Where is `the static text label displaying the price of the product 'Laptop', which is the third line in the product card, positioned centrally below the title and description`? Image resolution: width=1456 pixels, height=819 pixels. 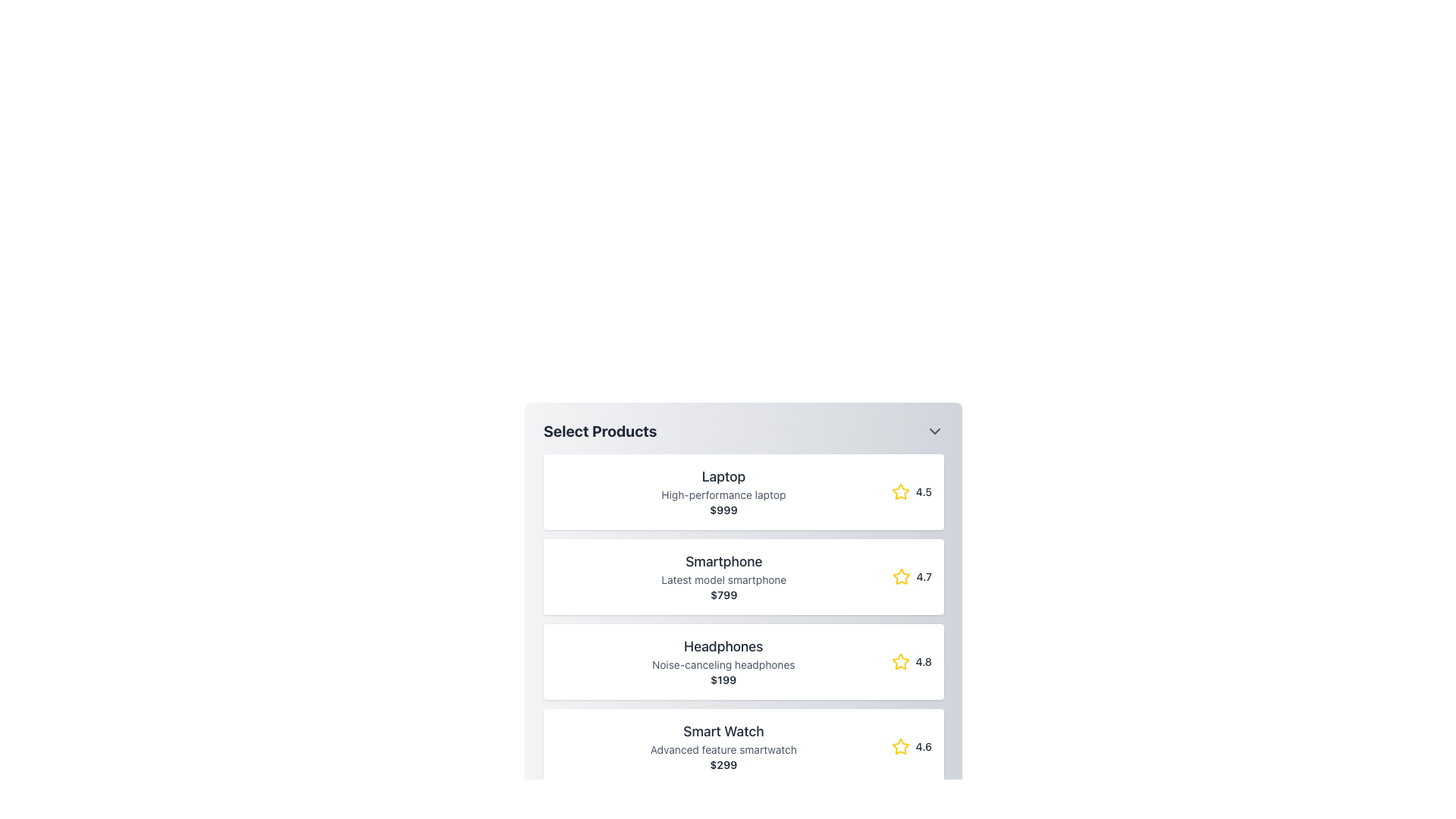 the static text label displaying the price of the product 'Laptop', which is the third line in the product card, positioned centrally below the title and description is located at coordinates (723, 510).